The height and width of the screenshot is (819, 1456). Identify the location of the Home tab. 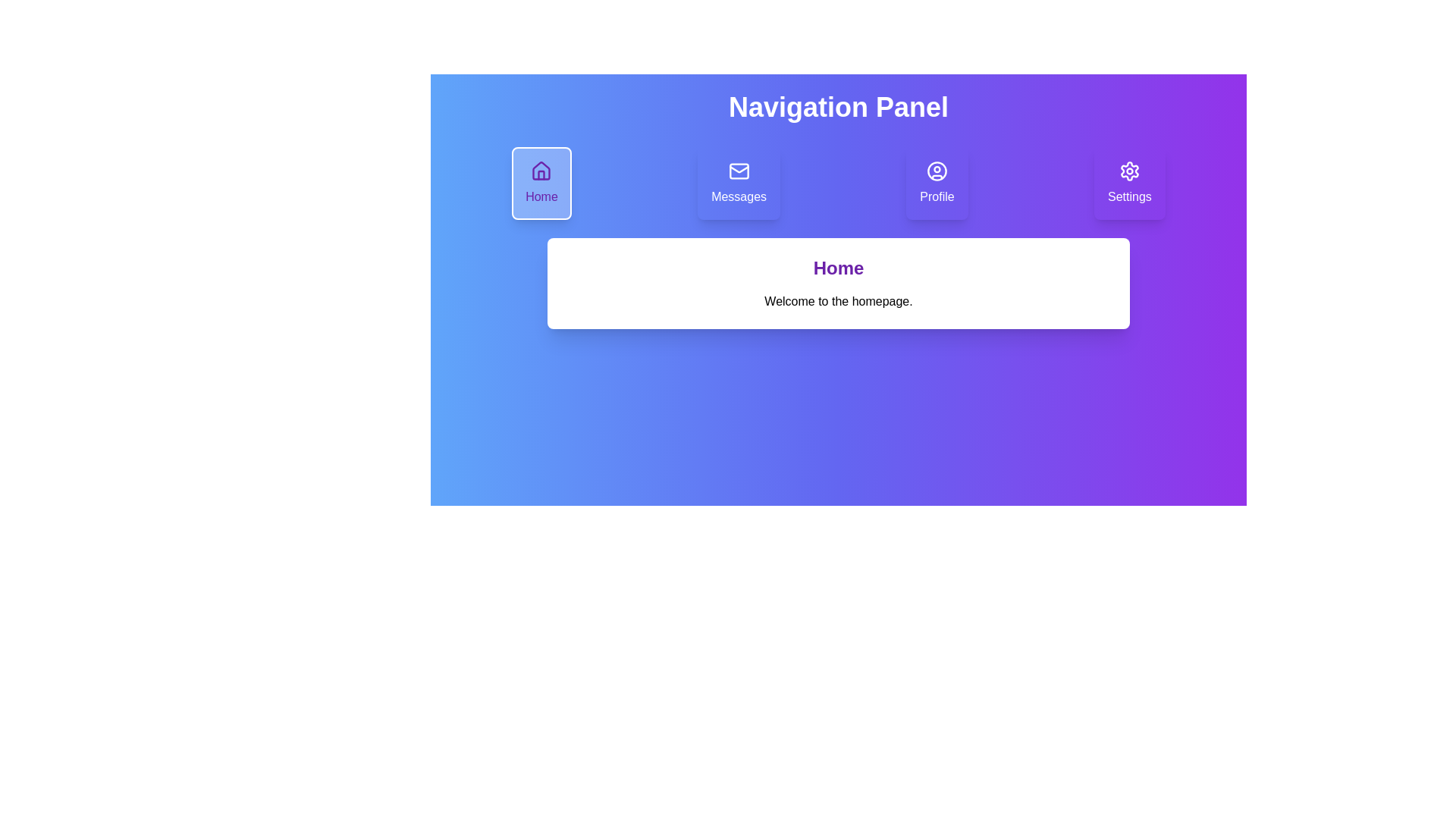
(541, 183).